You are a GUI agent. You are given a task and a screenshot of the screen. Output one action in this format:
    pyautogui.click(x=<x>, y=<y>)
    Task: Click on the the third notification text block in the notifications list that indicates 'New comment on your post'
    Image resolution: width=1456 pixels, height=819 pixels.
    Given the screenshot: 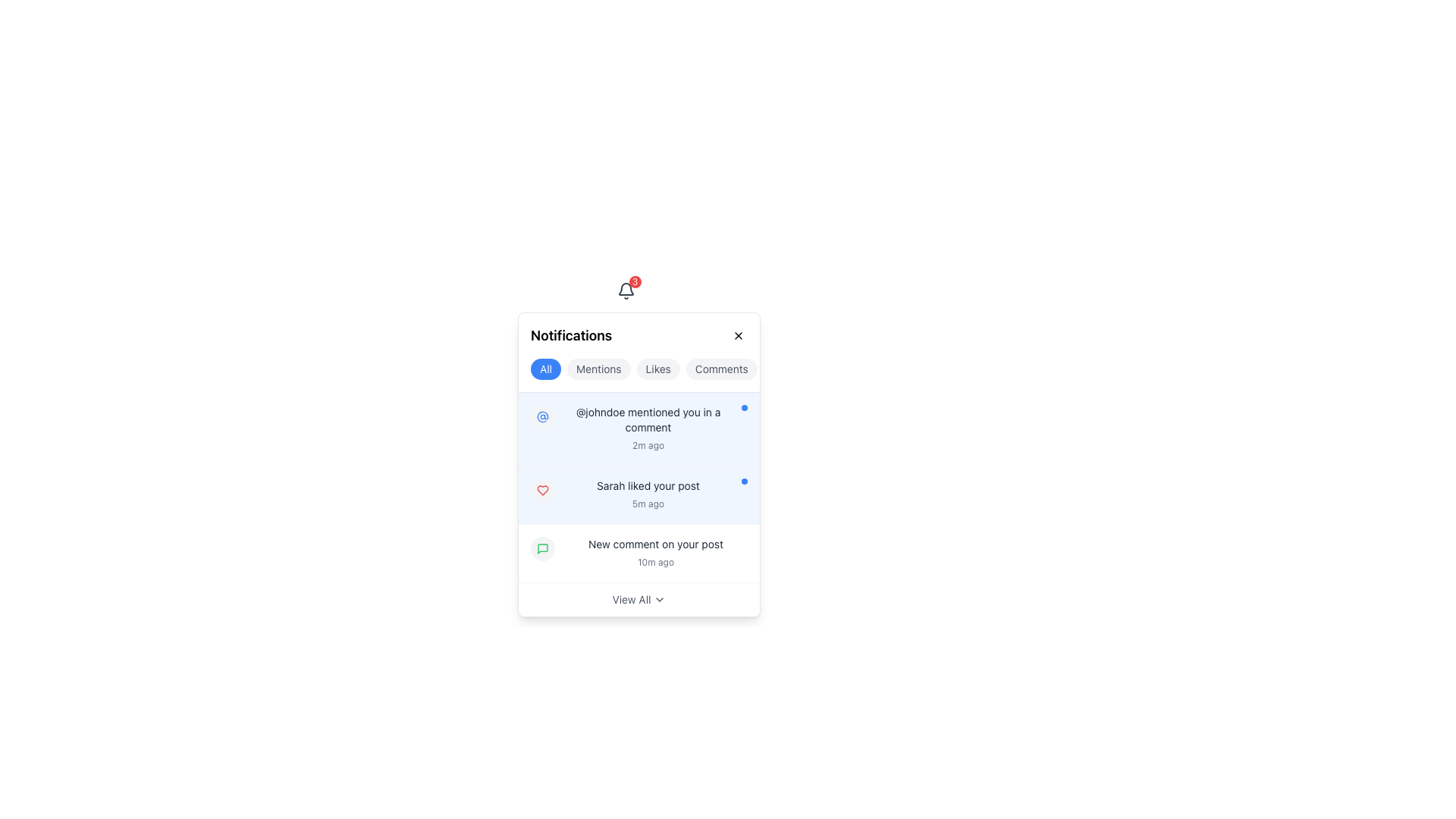 What is the action you would take?
    pyautogui.click(x=655, y=553)
    